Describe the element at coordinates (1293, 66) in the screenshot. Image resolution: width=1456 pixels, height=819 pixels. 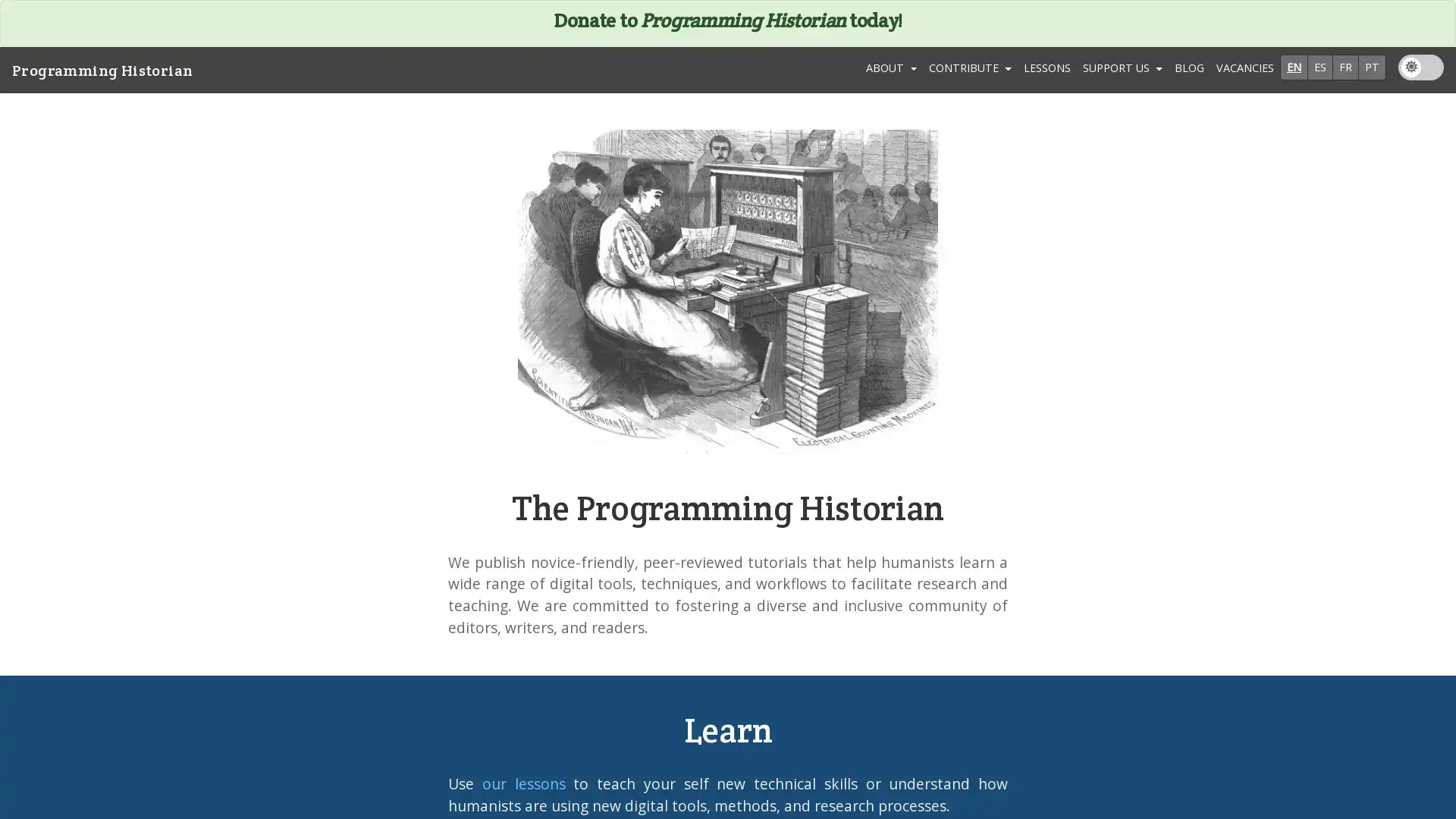
I see `EN` at that location.